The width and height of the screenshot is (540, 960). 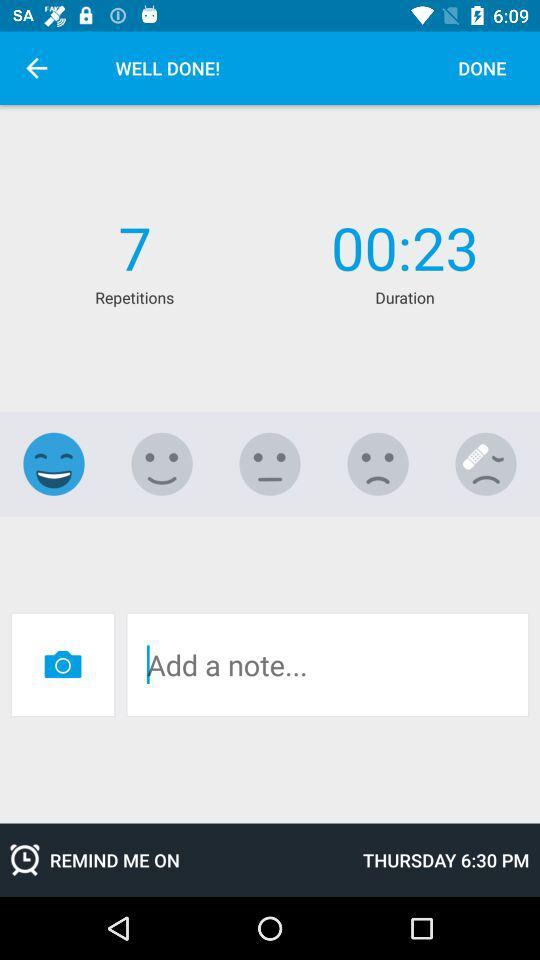 What do you see at coordinates (378, 464) in the screenshot?
I see `the emoji icon` at bounding box center [378, 464].